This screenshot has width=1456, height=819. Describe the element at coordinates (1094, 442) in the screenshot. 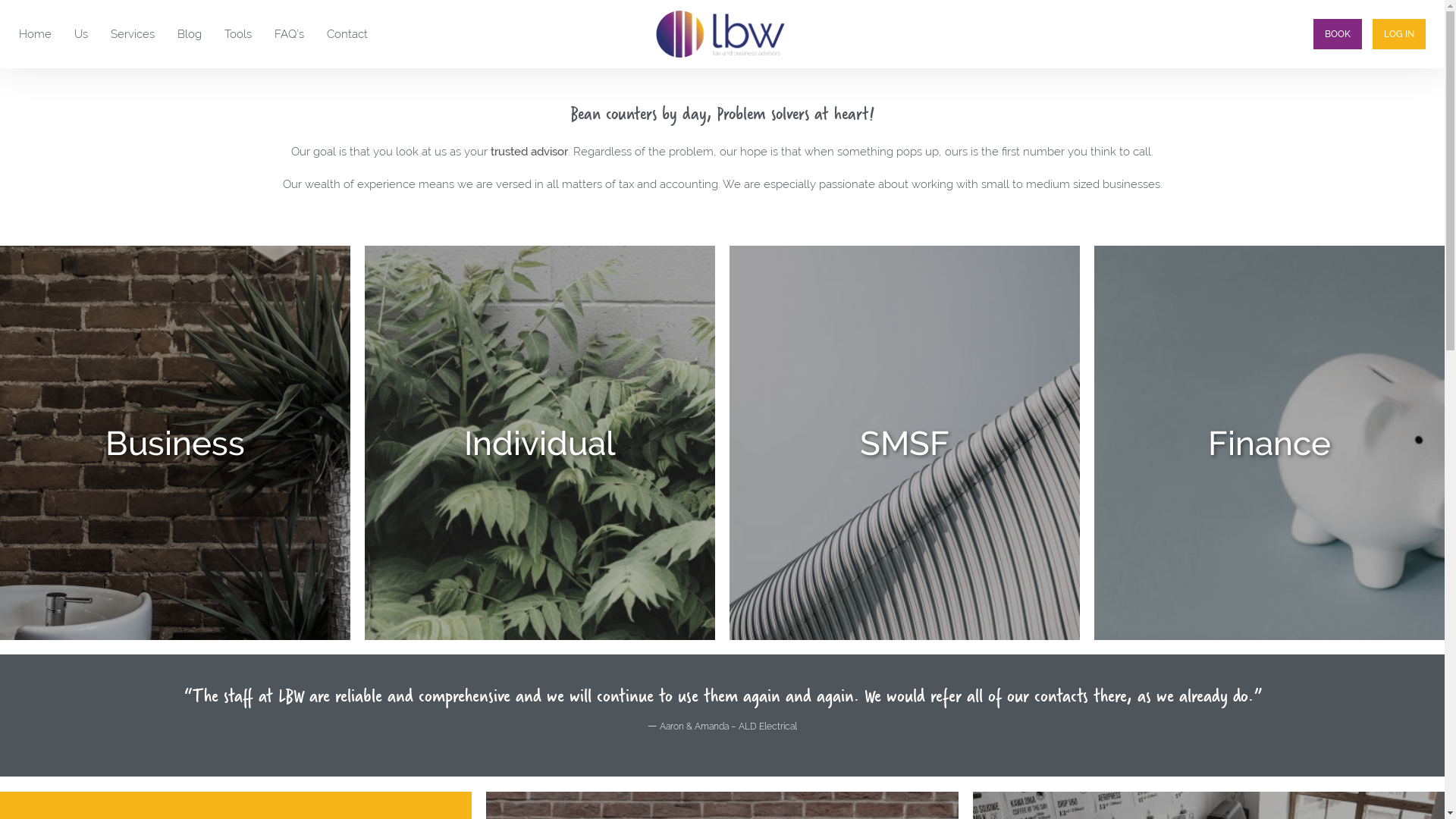

I see `'Finance'` at that location.